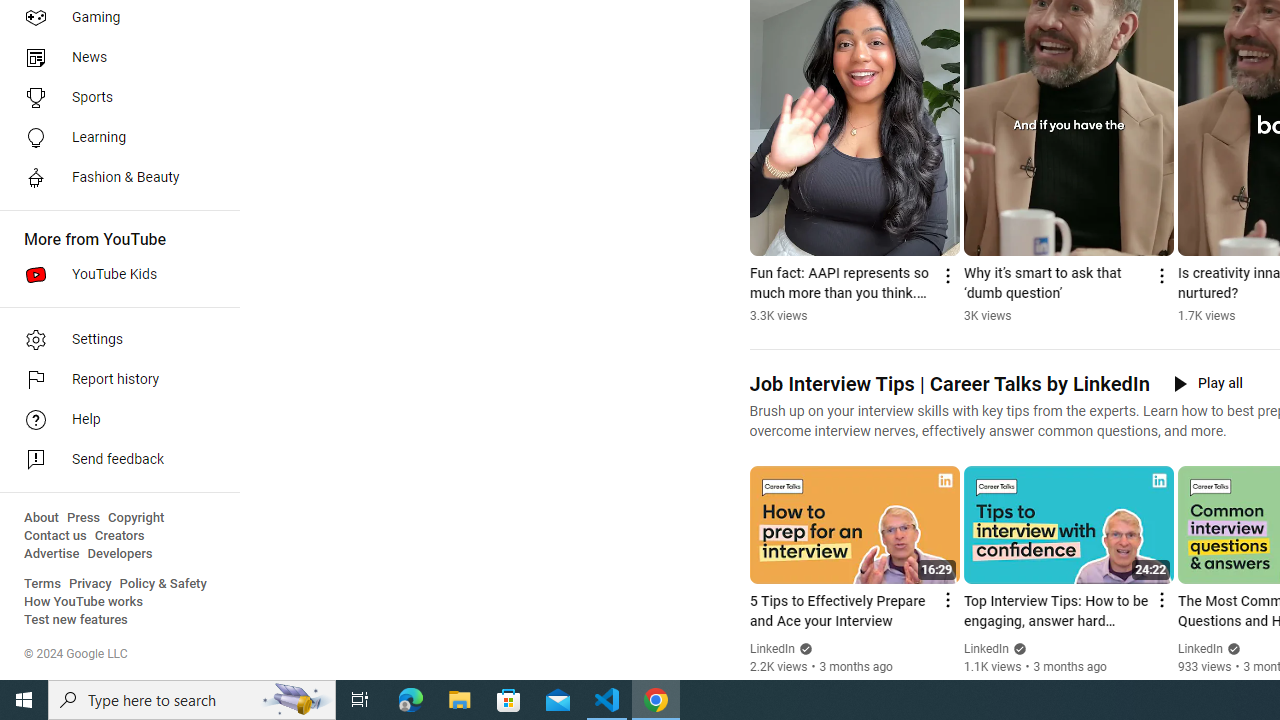  I want to click on 'Learning', so click(112, 136).